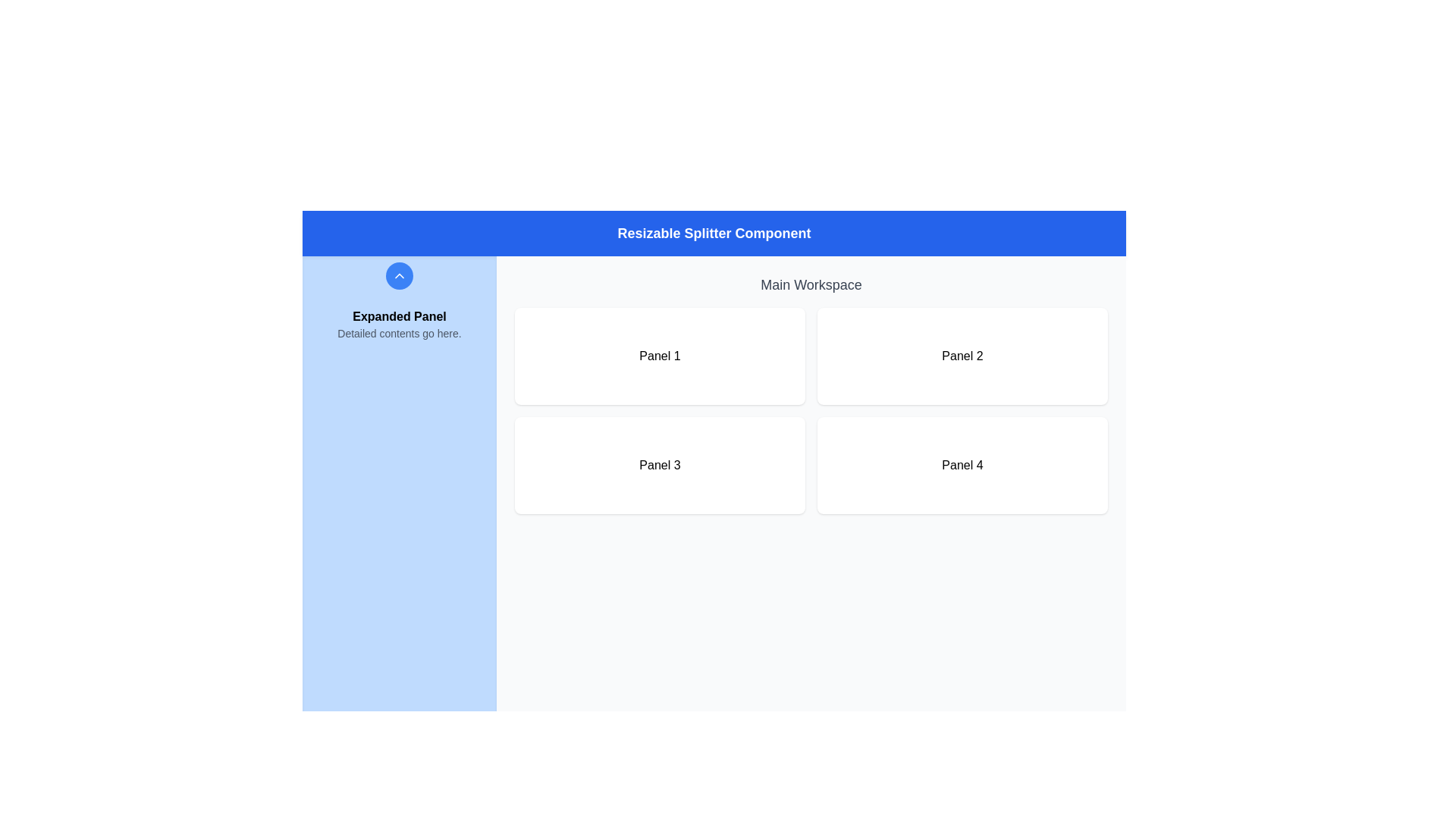  What do you see at coordinates (962, 356) in the screenshot?
I see `the labeled panel located in the top-right cell of the grid layout` at bounding box center [962, 356].